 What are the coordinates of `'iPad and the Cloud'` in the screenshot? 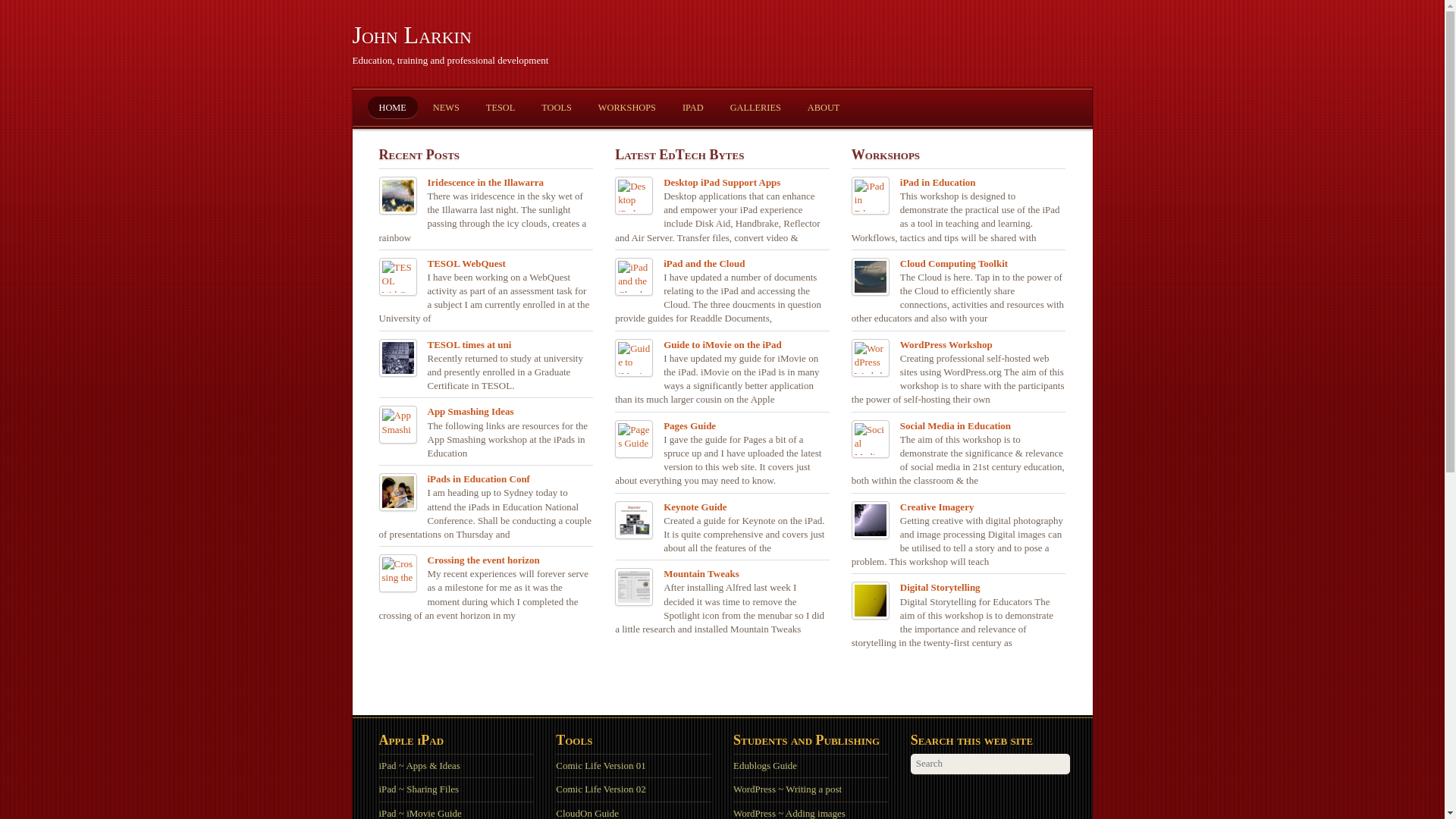 It's located at (703, 262).